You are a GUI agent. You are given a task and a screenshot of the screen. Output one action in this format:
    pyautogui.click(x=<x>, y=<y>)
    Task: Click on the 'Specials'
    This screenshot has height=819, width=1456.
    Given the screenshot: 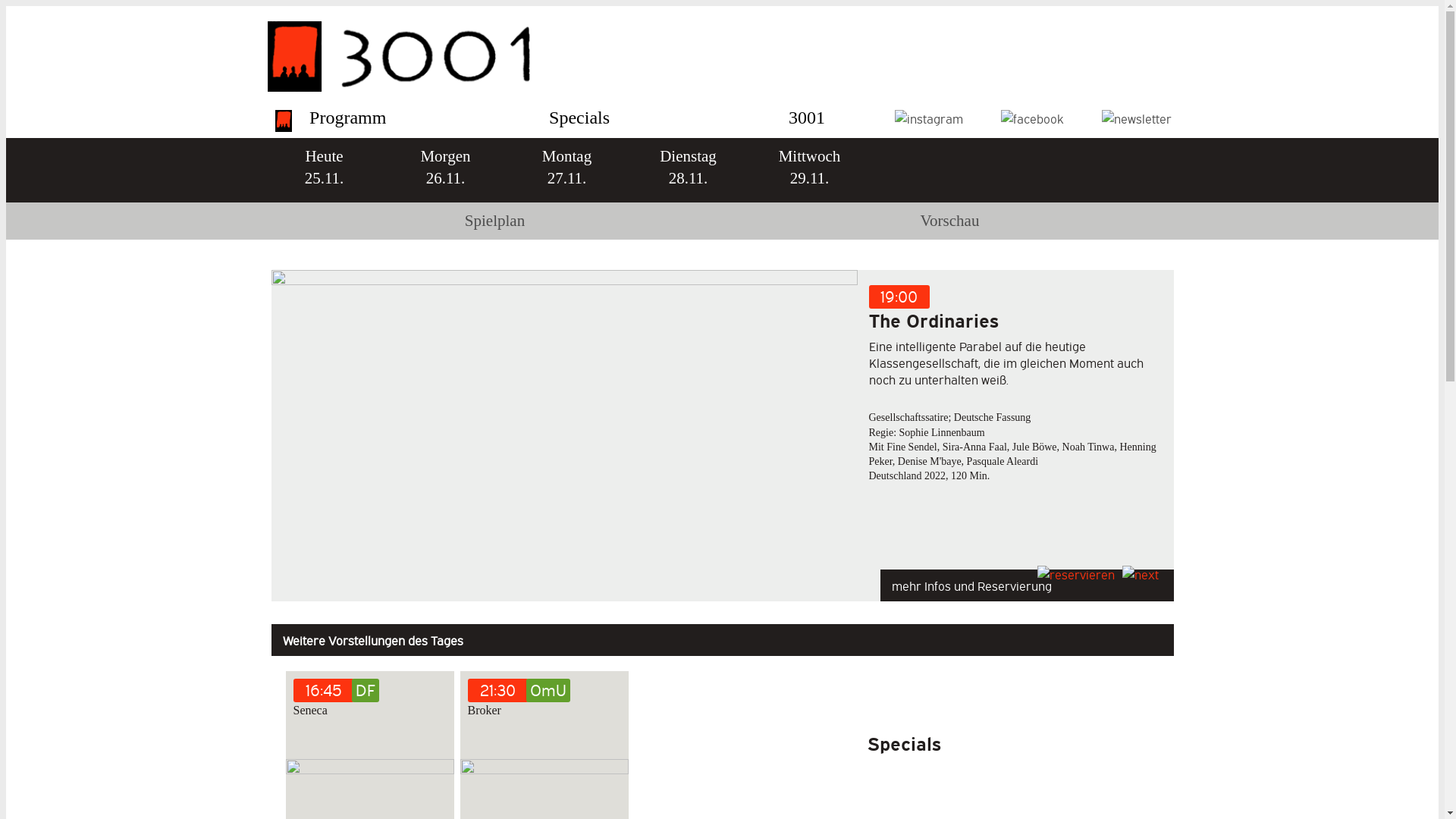 What is the action you would take?
    pyautogui.click(x=548, y=116)
    